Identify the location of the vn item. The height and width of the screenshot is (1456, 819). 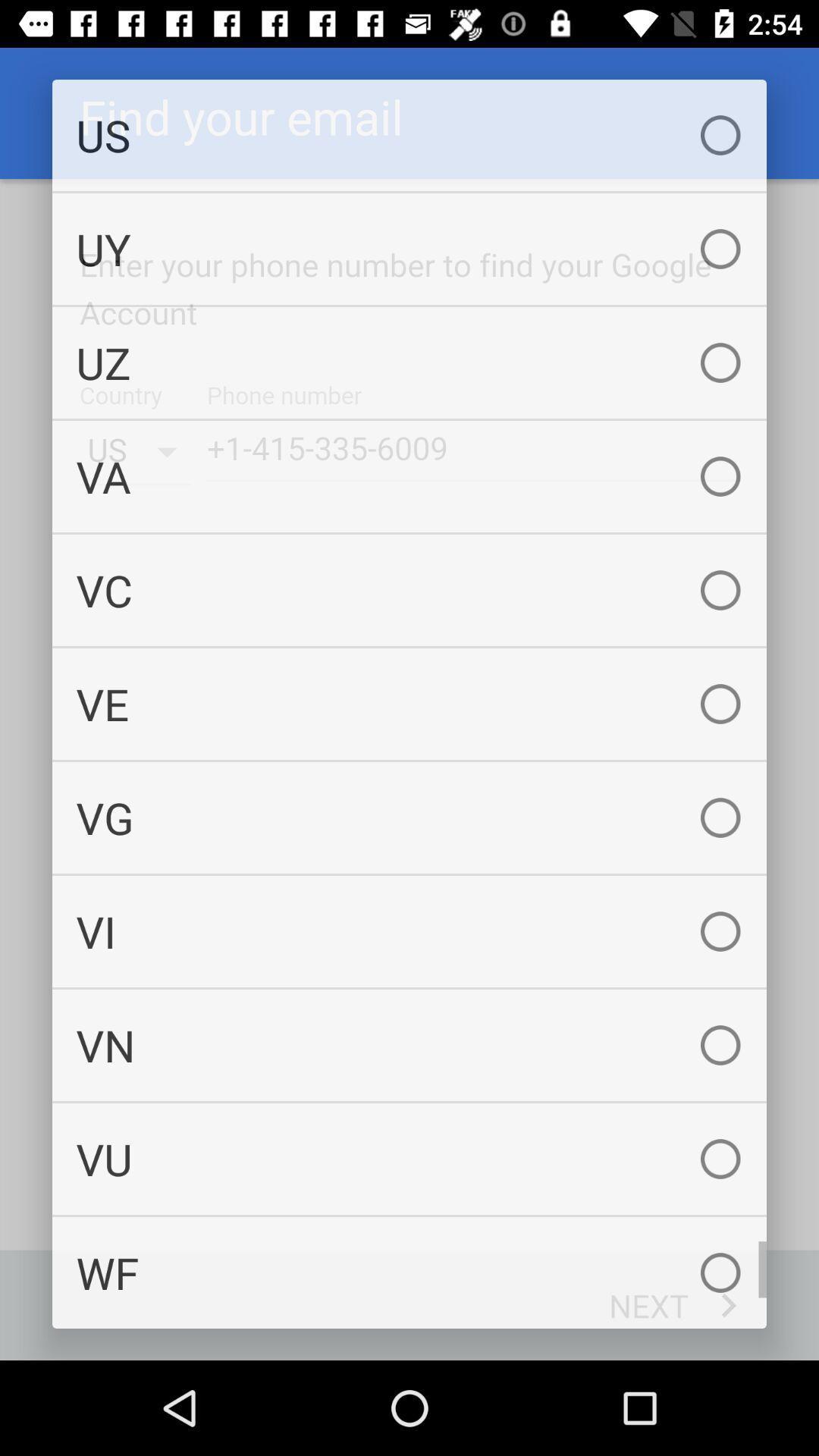
(409, 1044).